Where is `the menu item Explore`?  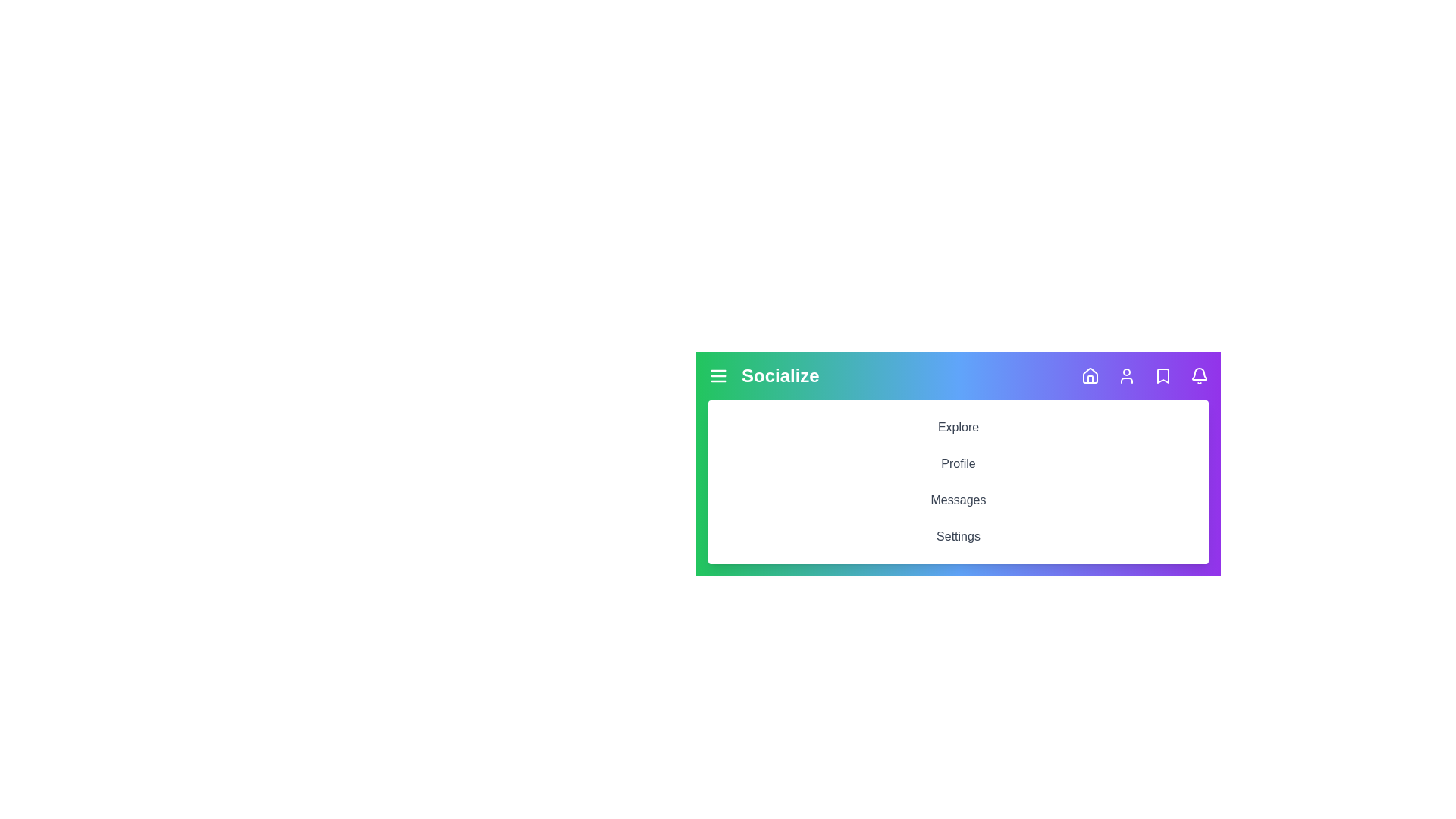 the menu item Explore is located at coordinates (957, 427).